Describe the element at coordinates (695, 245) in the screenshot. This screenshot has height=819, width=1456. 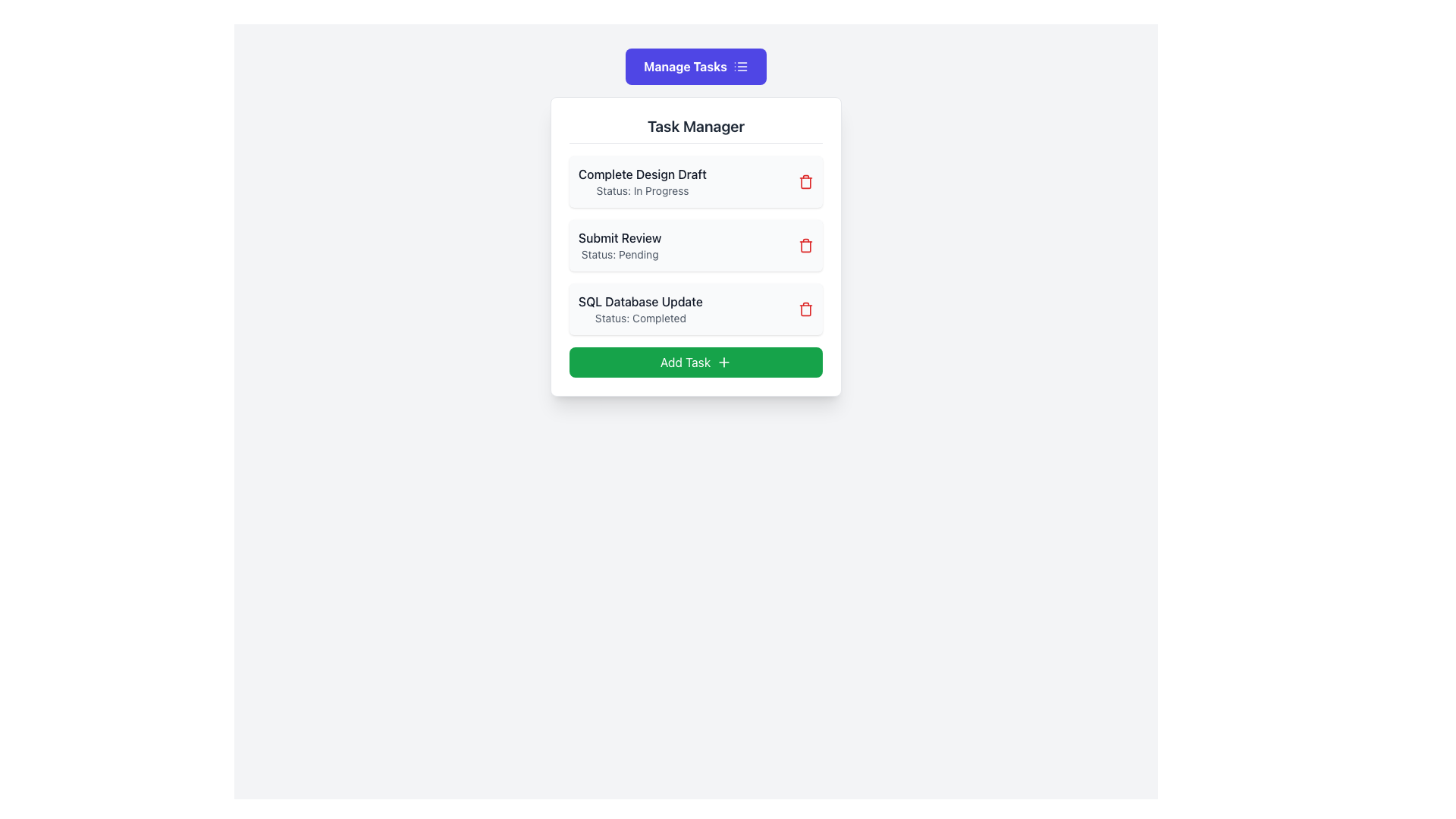
I see `the interactive parts of the Task Card displaying the title and status of the task 'Submit Review', which is the second item in a vertical list of tasks` at that location.